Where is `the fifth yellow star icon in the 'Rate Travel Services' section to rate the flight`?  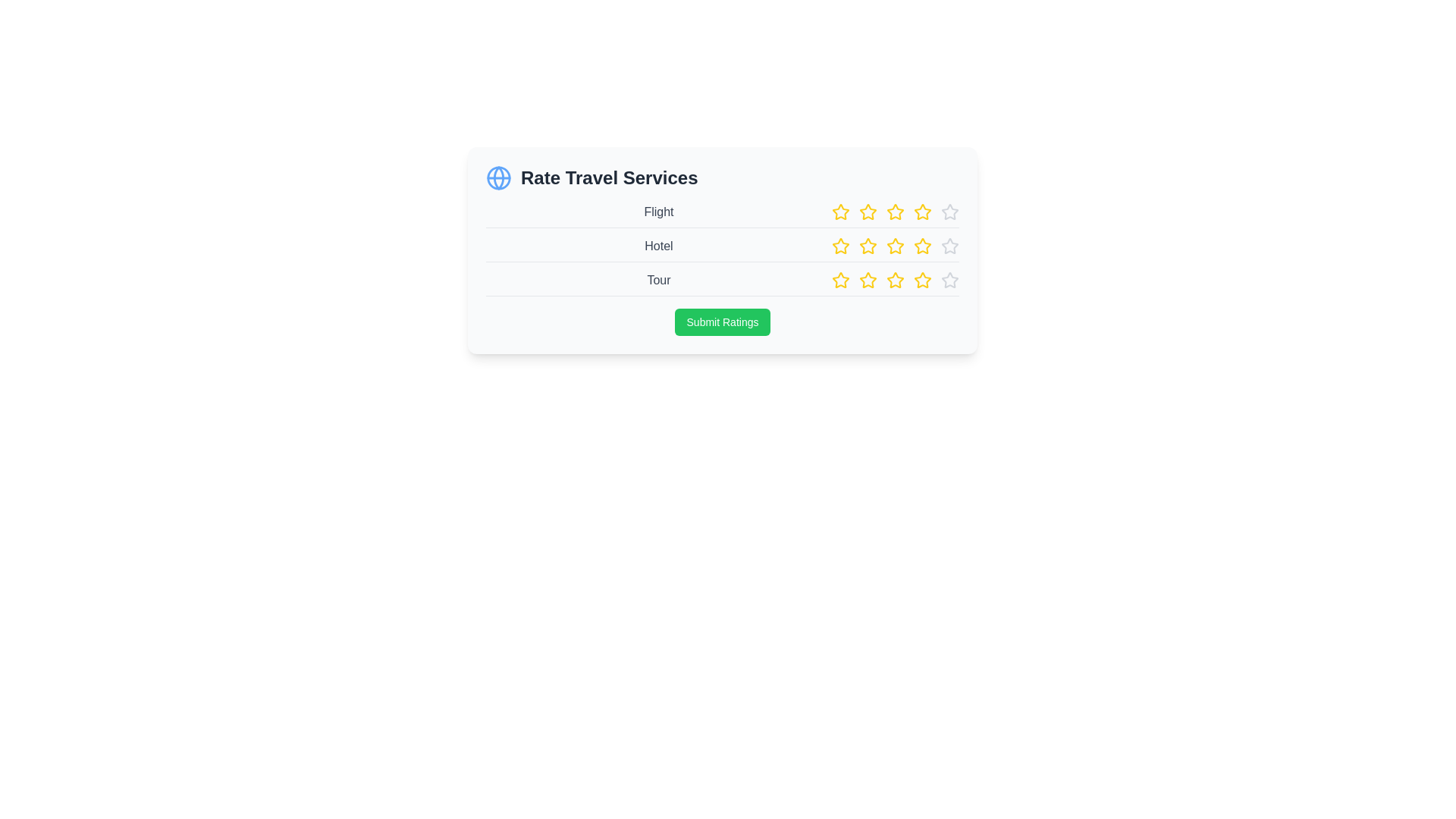 the fifth yellow star icon in the 'Rate Travel Services' section to rate the flight is located at coordinates (921, 211).